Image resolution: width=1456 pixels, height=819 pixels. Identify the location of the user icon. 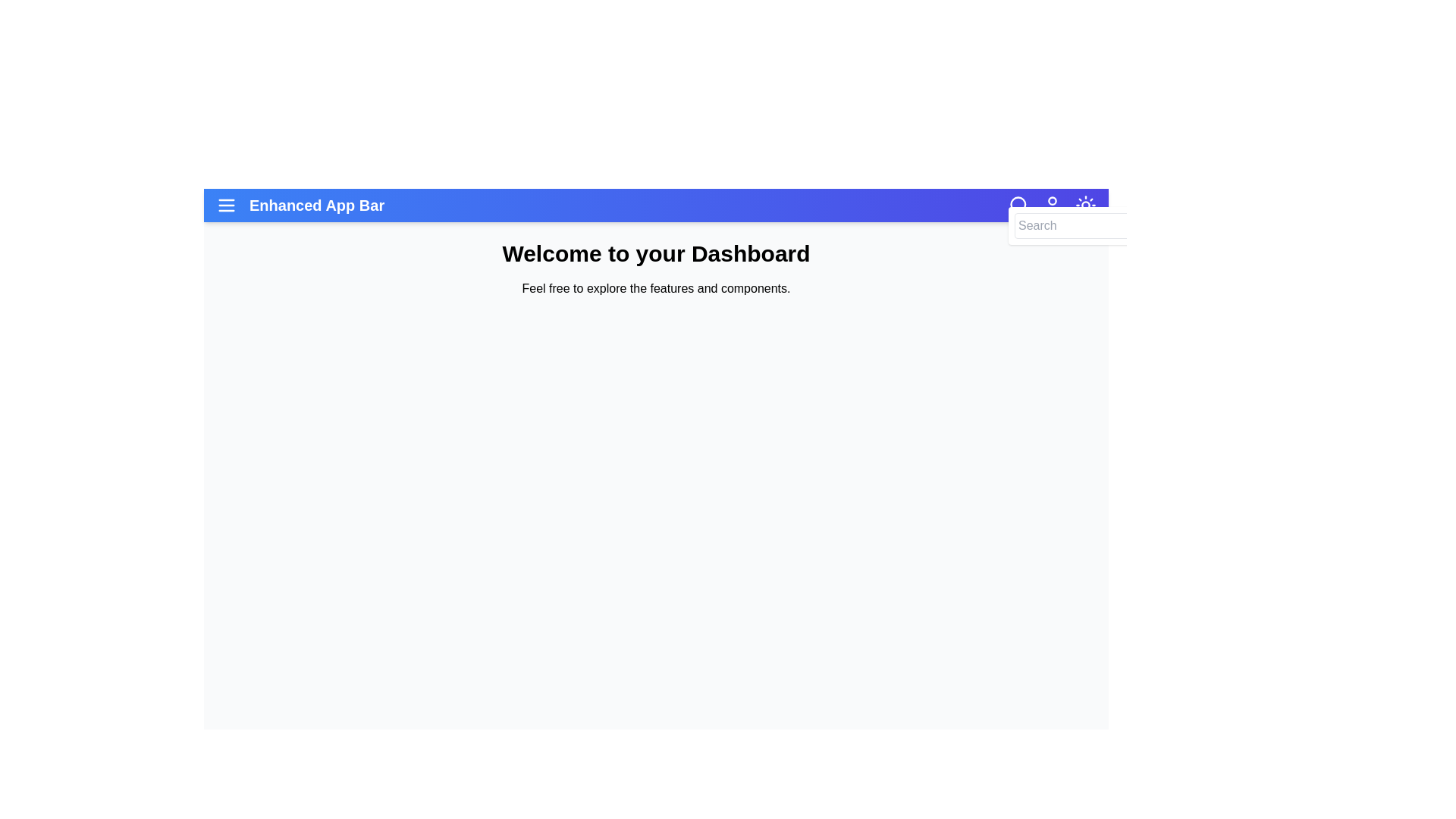
(1051, 205).